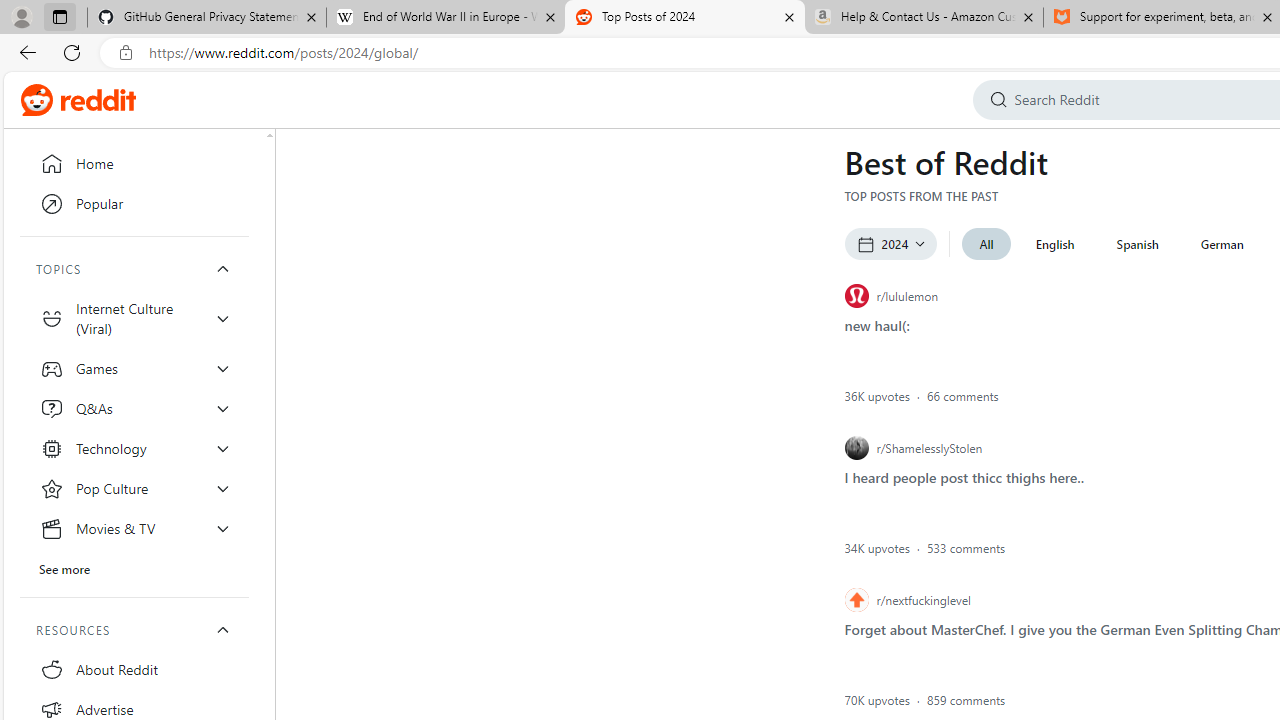  I want to click on 'RESOURCES', so click(134, 630).